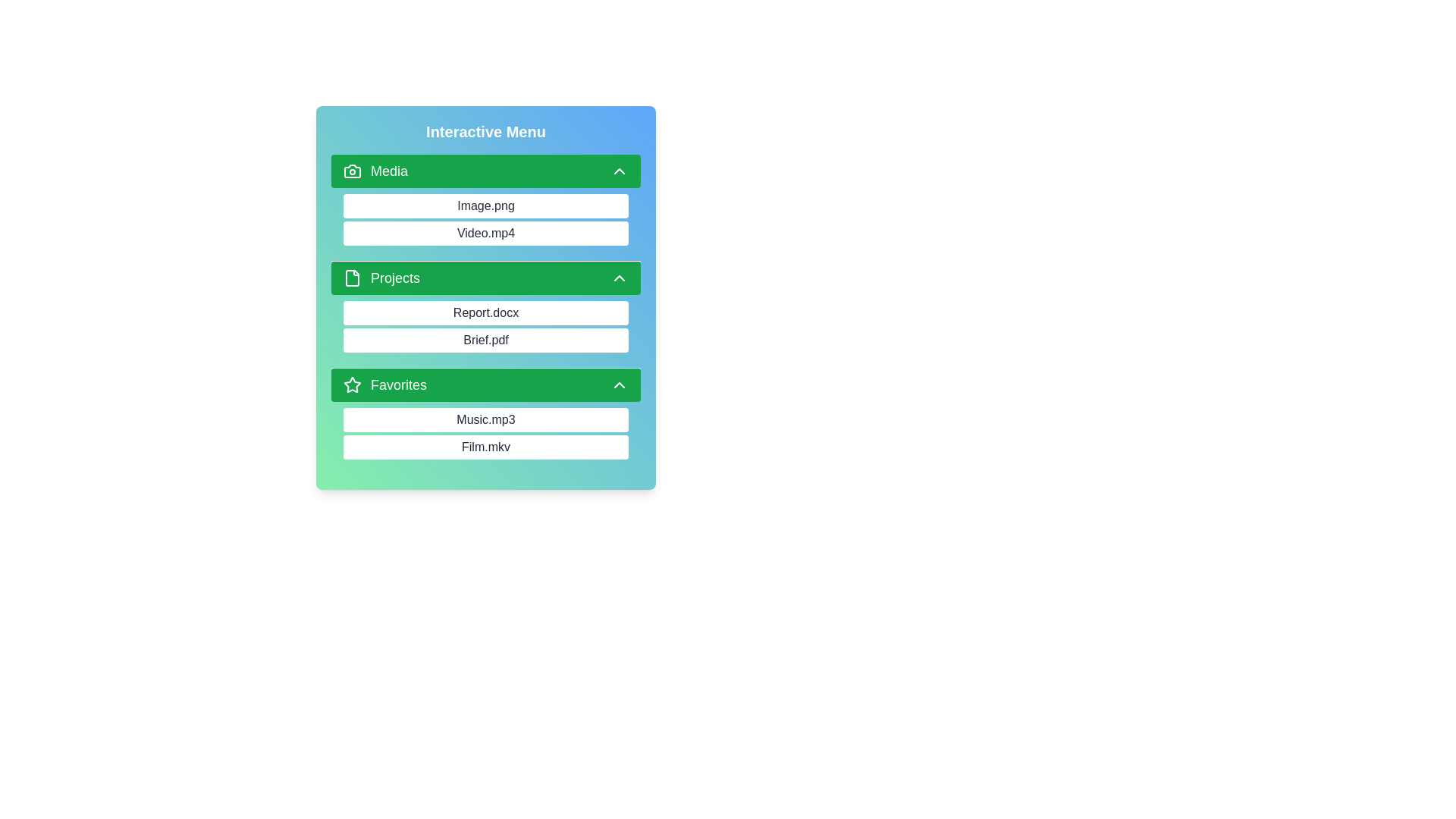  Describe the element at coordinates (486, 234) in the screenshot. I see `the item Video.mp4 to observe its hover effect` at that location.